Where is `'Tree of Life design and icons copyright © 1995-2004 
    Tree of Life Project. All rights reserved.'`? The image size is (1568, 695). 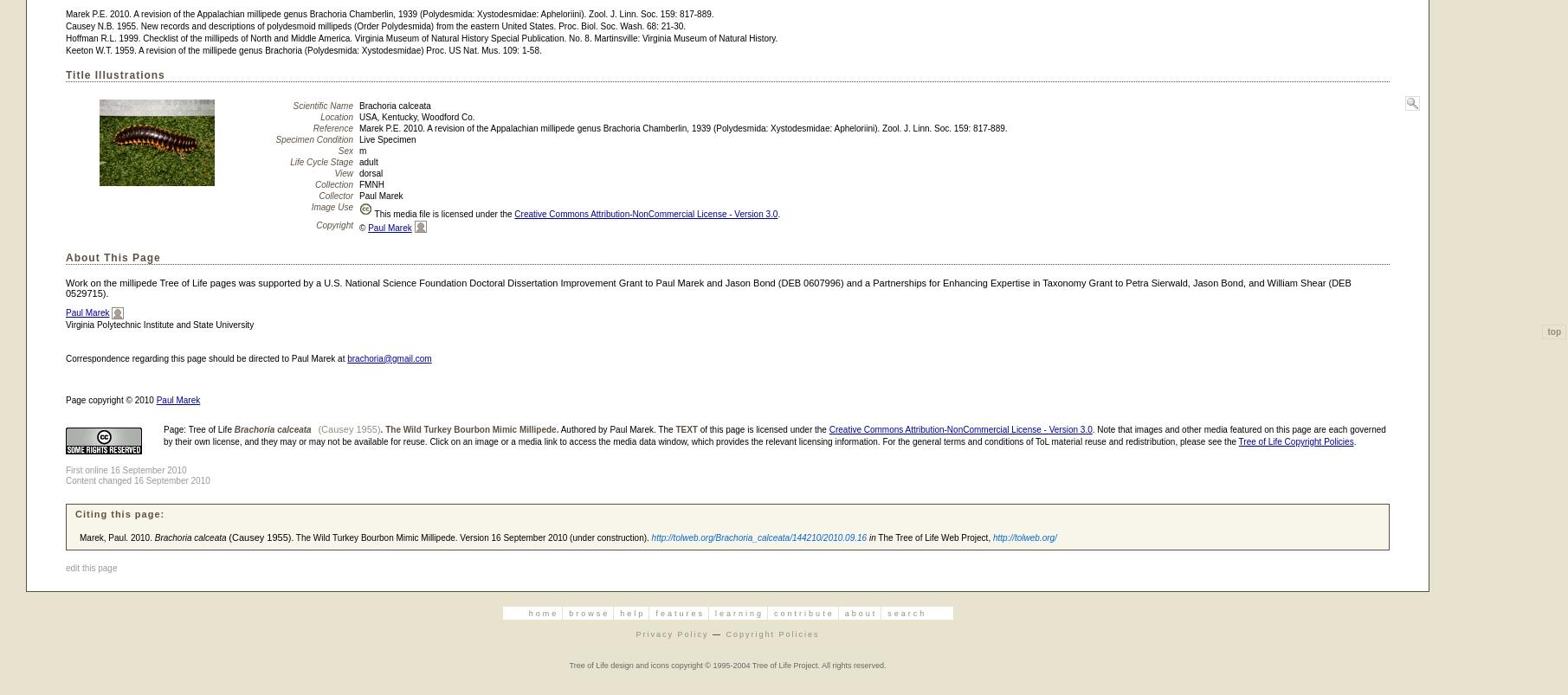 'Tree of Life design and icons copyright © 1995-2004 
    Tree of Life Project. All rights reserved.' is located at coordinates (726, 663).